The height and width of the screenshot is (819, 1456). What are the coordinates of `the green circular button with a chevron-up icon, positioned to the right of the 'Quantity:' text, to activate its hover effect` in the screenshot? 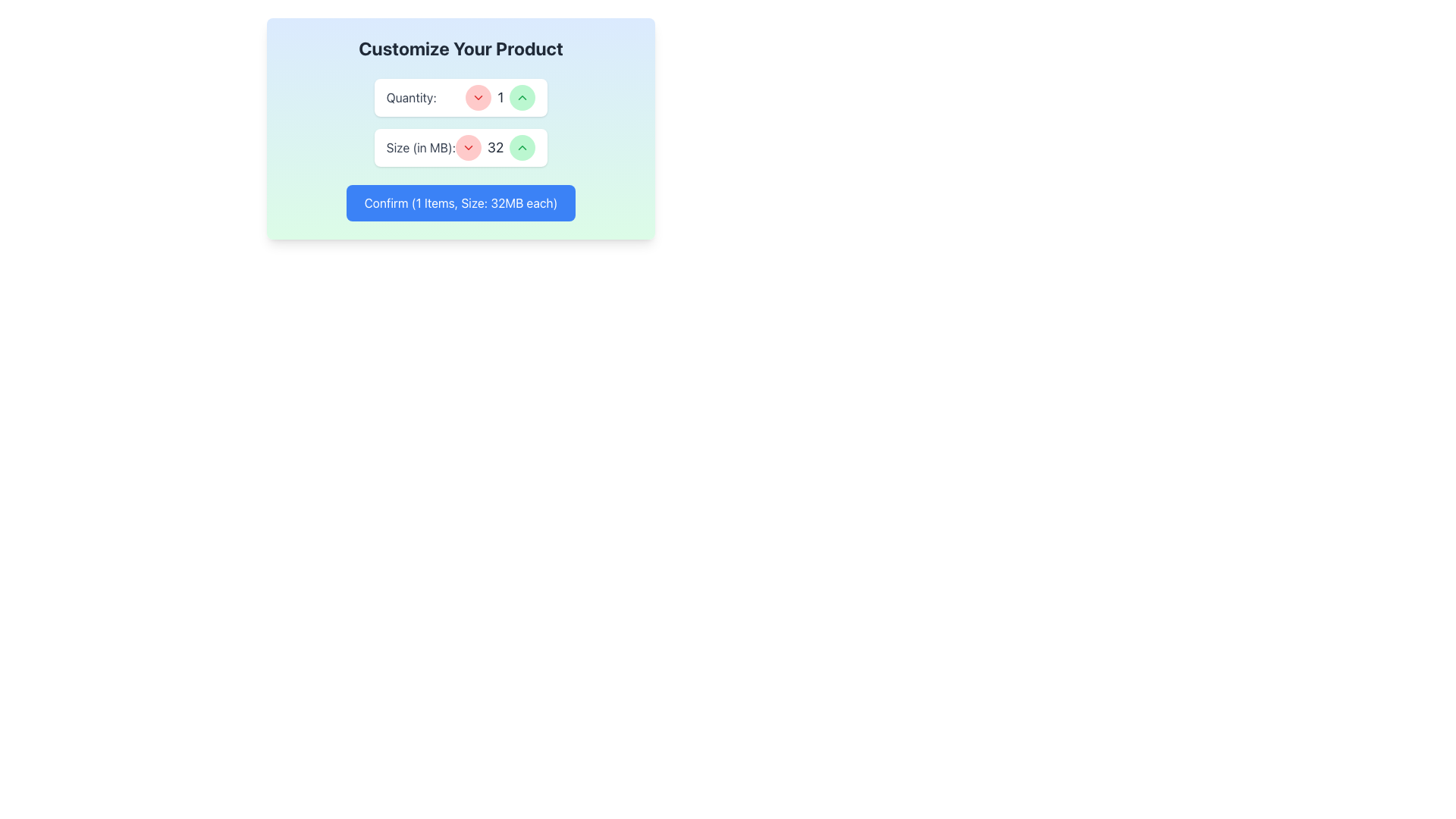 It's located at (522, 97).